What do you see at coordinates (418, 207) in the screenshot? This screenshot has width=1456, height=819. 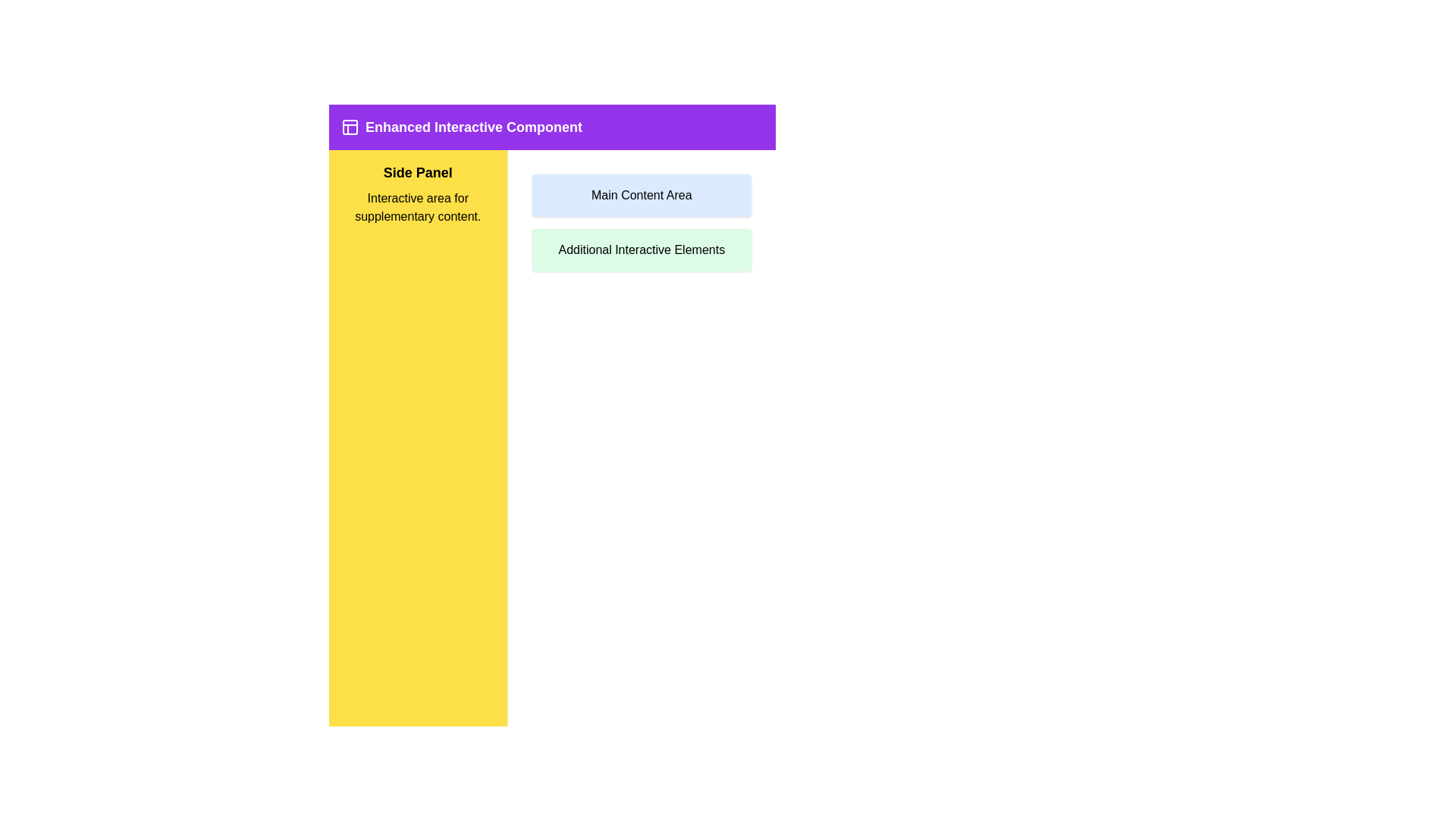 I see `the Text Label located in the 'Side Panel' below the title 'Side Panel', which provides context or guidance related to supplementary content` at bounding box center [418, 207].